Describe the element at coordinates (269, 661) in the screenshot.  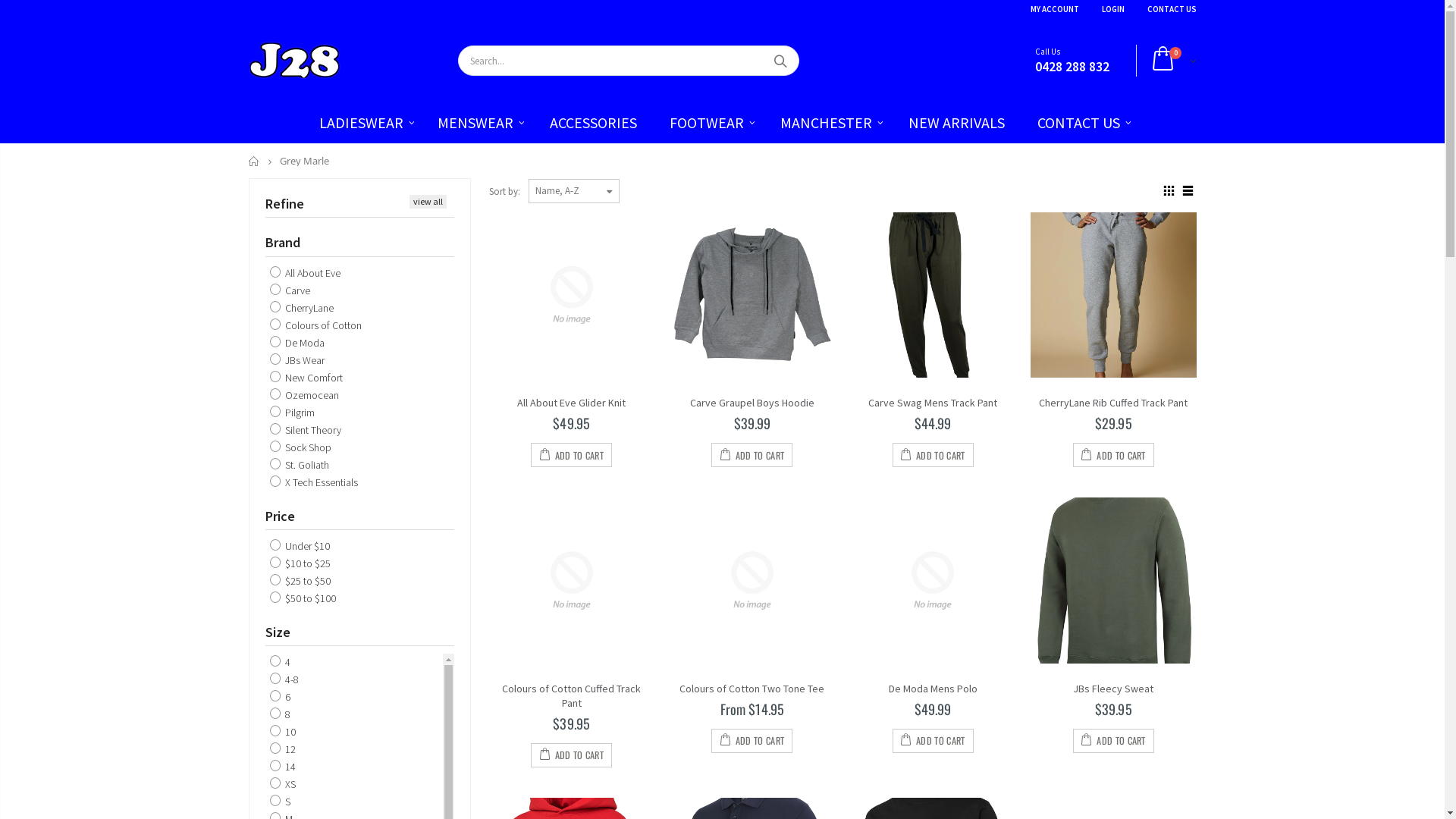
I see `'4'` at that location.